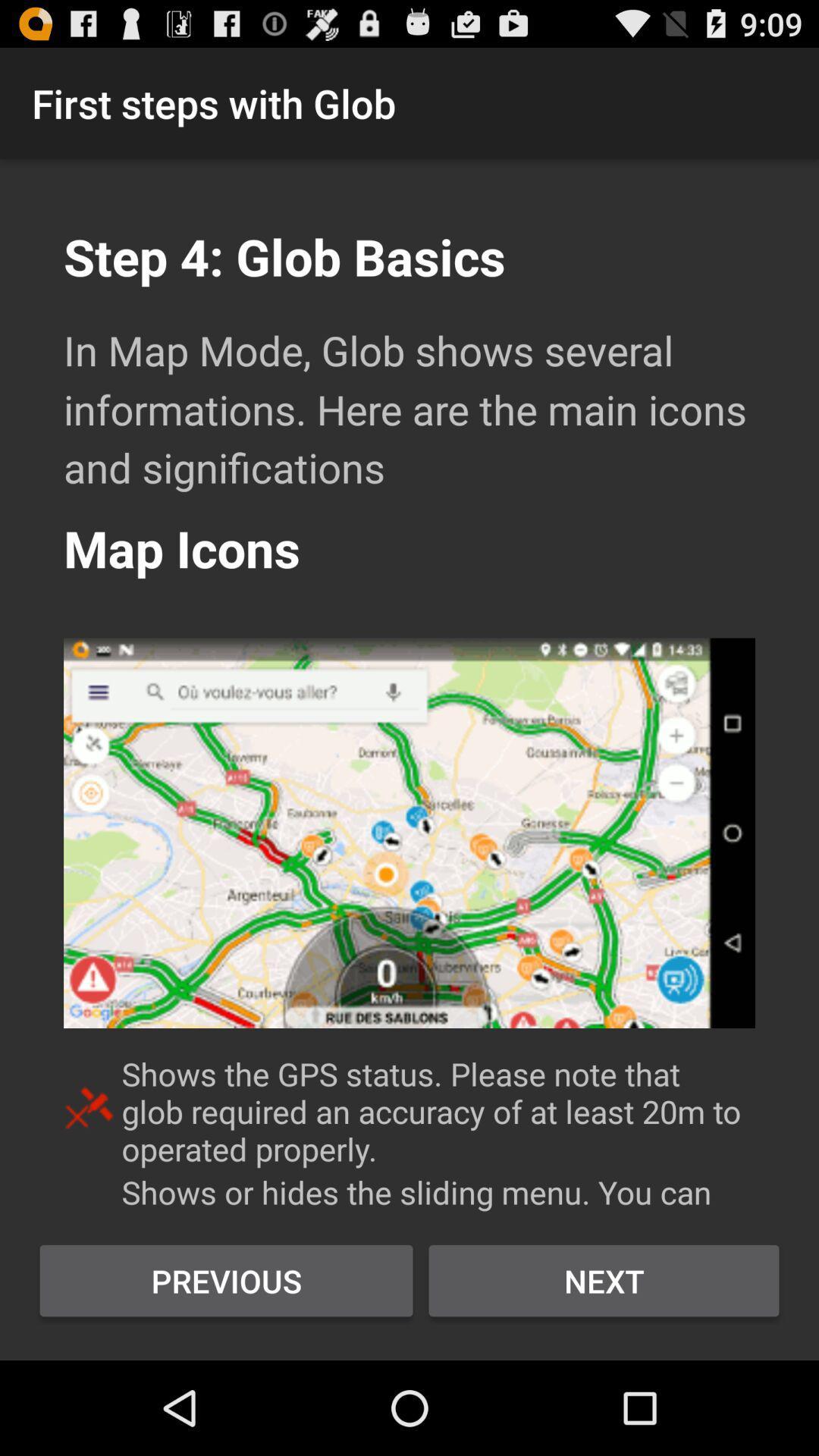 The image size is (819, 1456). I want to click on next icon, so click(603, 1280).